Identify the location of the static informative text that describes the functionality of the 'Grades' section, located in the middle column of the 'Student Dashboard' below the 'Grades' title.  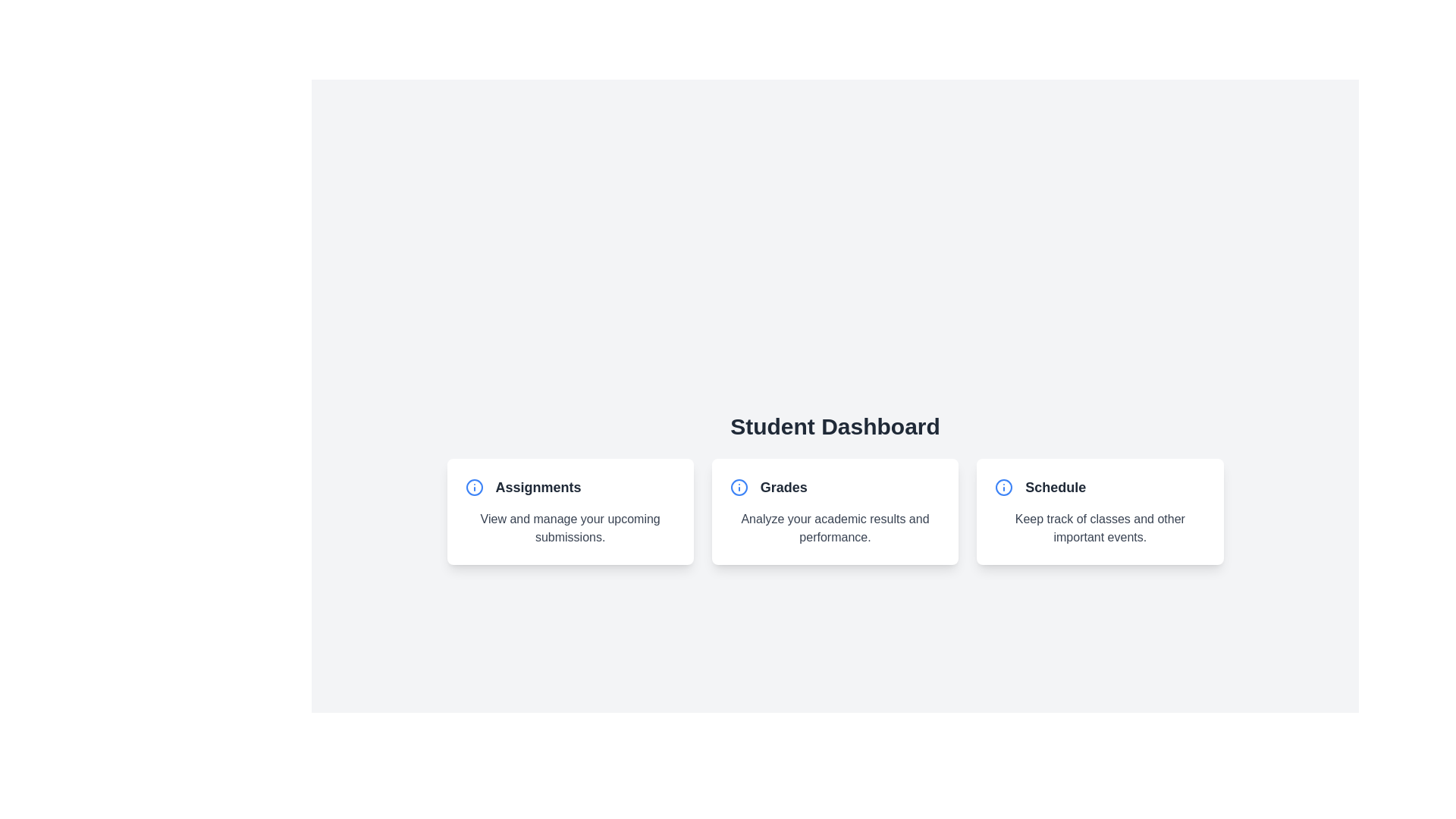
(834, 528).